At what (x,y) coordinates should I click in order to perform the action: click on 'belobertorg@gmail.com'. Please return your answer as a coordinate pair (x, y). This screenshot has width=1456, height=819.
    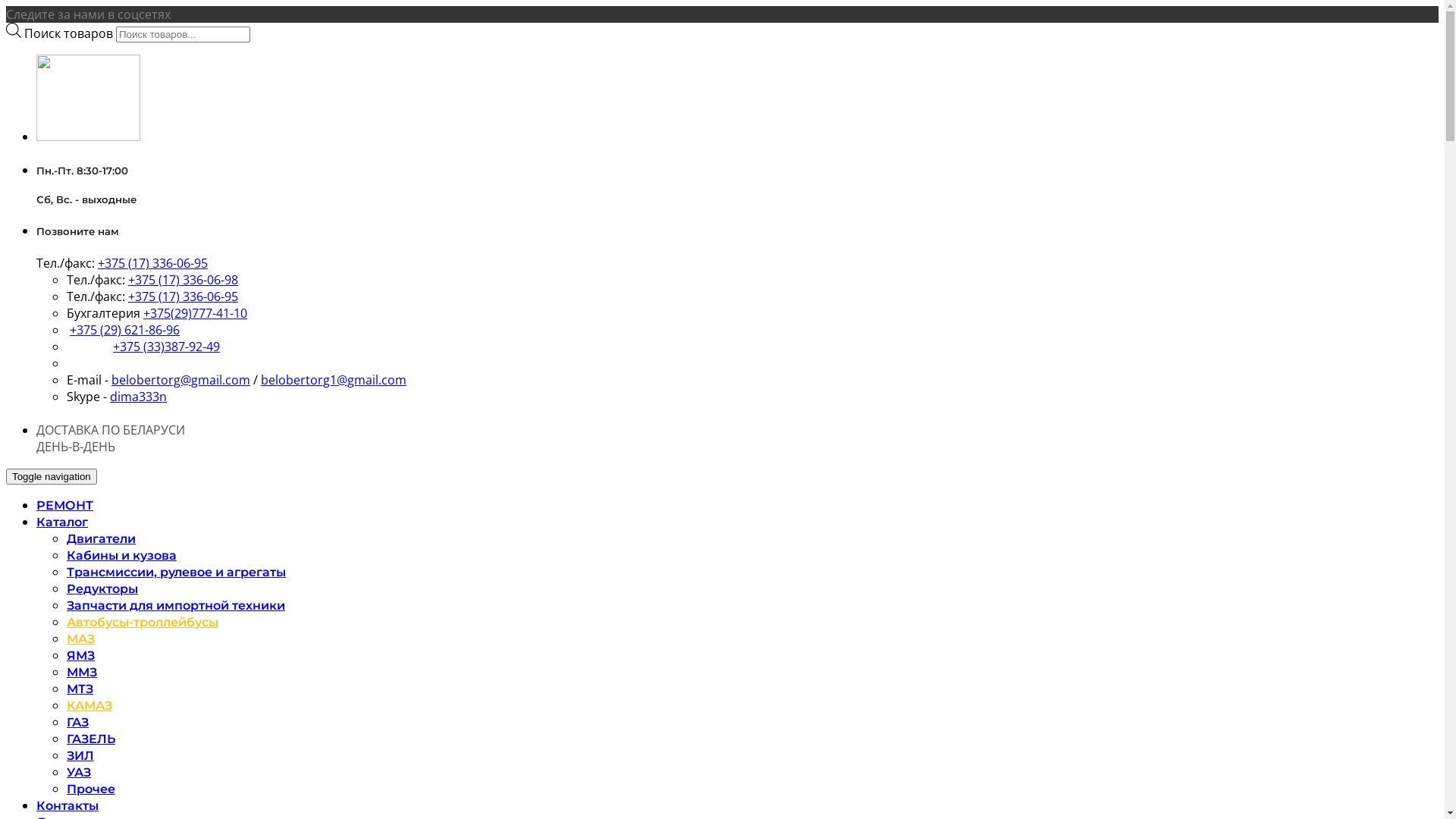
    Looking at the image, I should click on (180, 379).